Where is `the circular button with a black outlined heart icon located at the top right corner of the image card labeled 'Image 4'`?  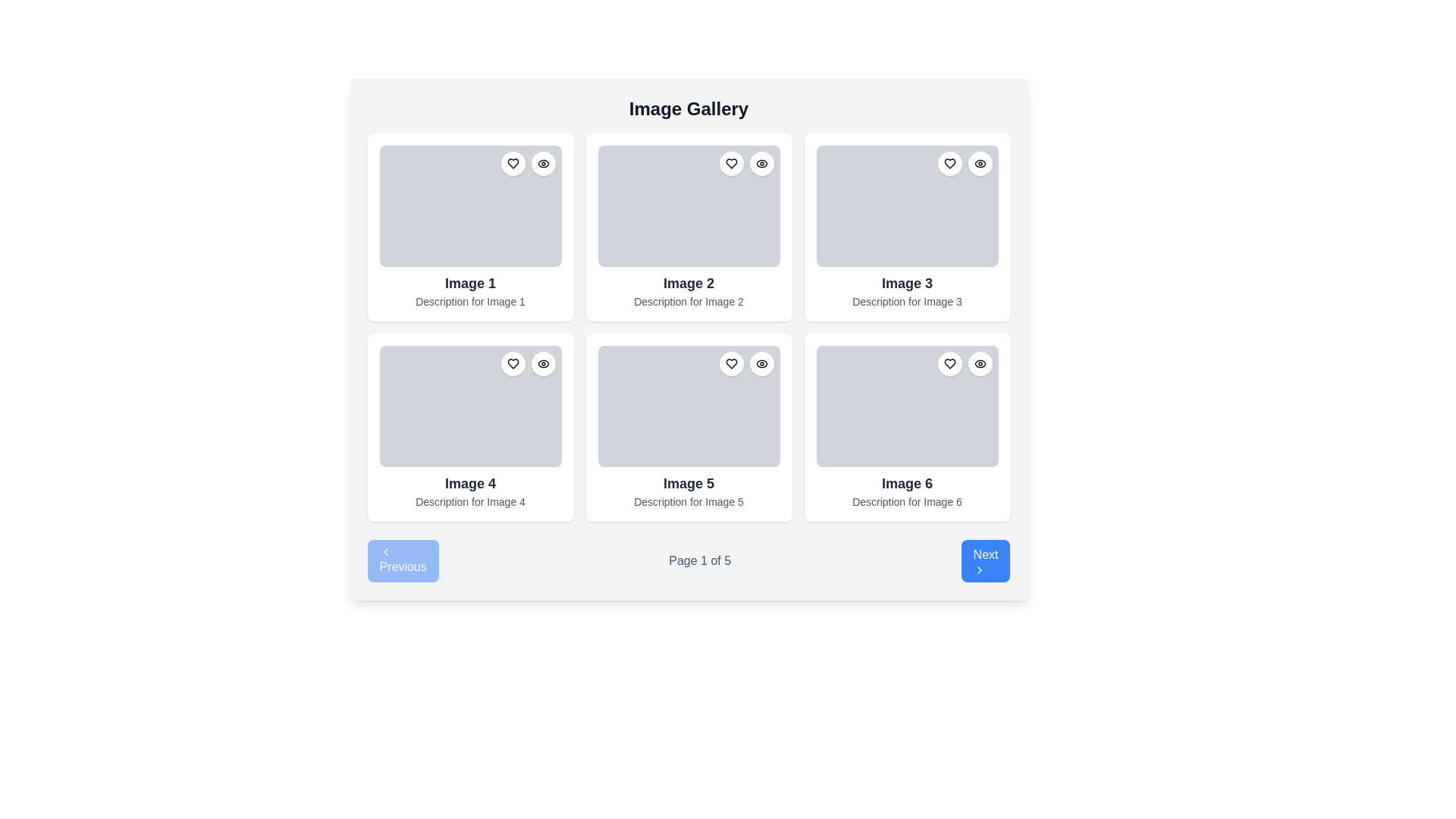 the circular button with a black outlined heart icon located at the top right corner of the image card labeled 'Image 4' is located at coordinates (513, 363).